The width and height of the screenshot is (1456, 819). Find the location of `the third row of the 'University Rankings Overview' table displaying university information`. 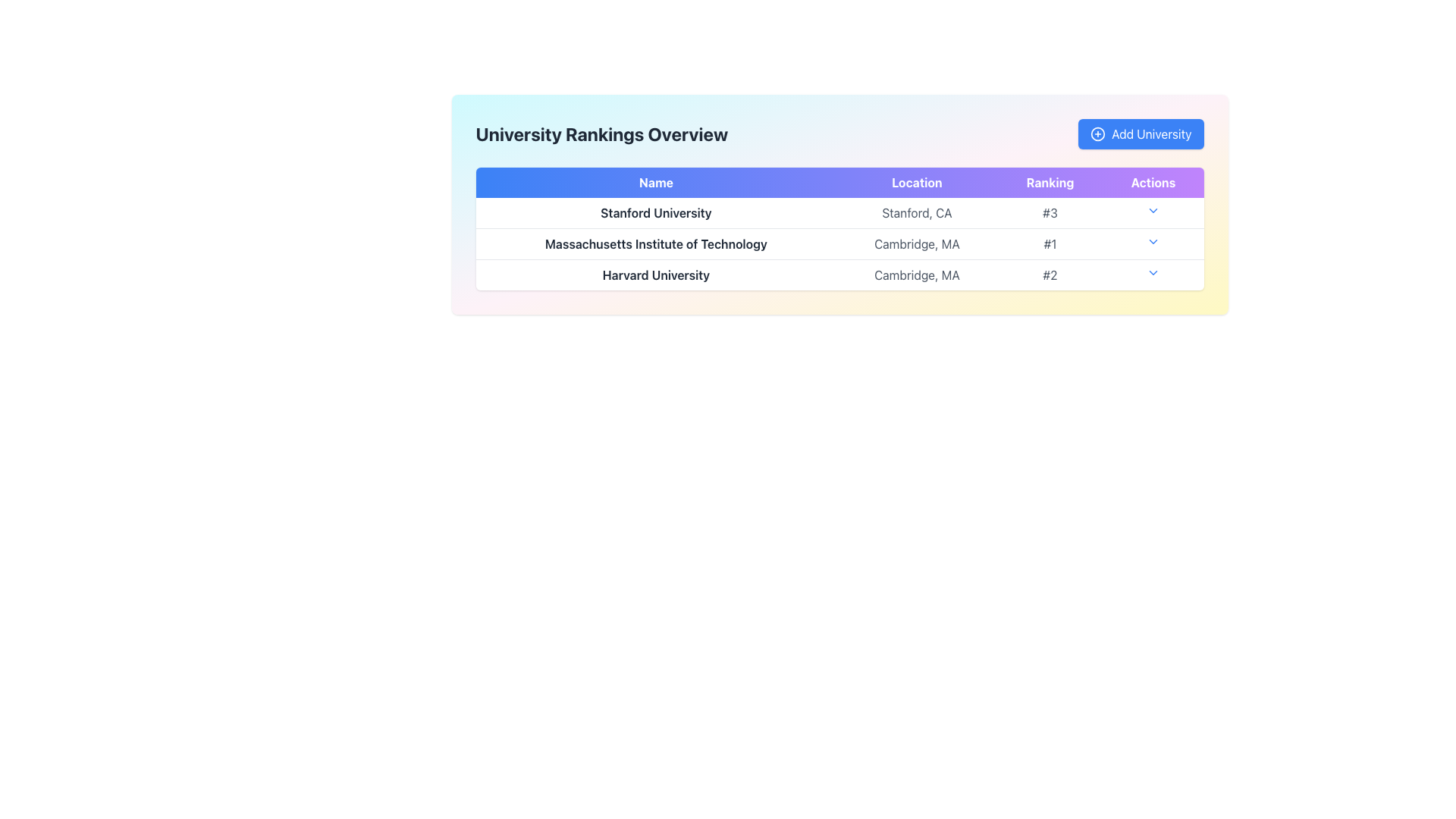

the third row of the 'University Rankings Overview' table displaying university information is located at coordinates (839, 275).